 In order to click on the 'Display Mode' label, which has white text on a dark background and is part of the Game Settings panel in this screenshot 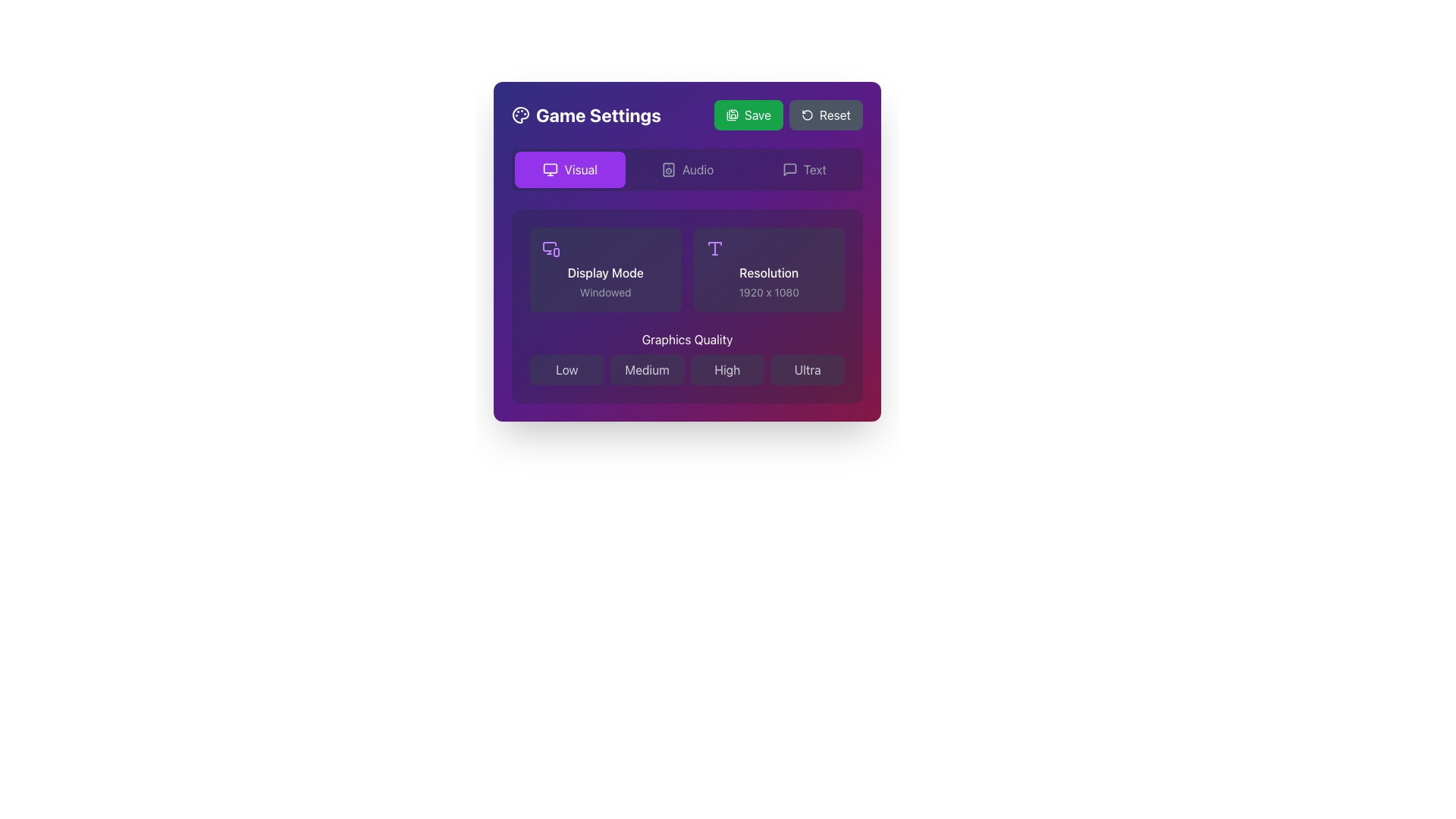, I will do `click(604, 271)`.